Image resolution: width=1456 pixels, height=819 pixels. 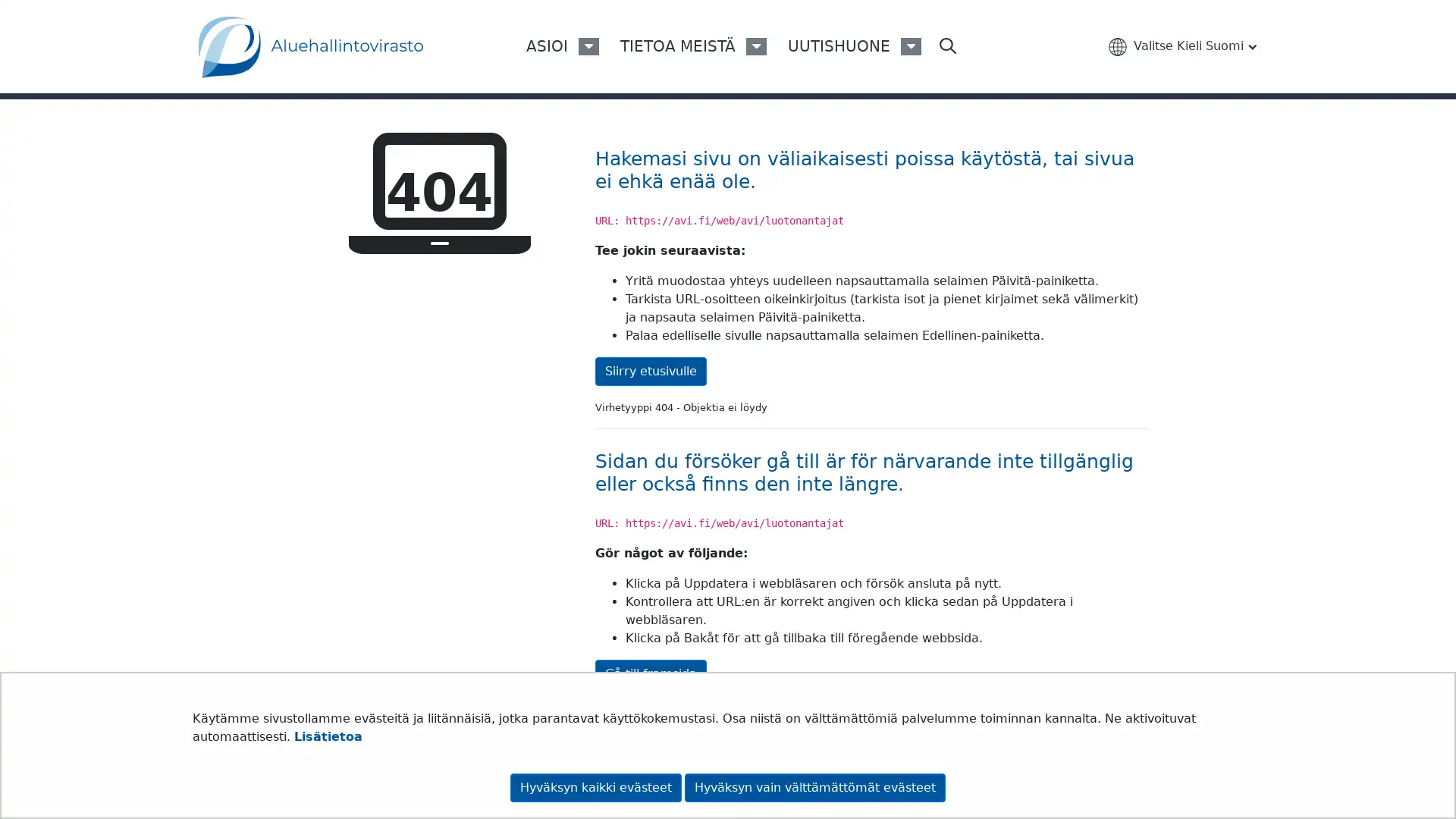 I want to click on Hyvaksyn vain valttamattomat evasteet, so click(x=814, y=786).